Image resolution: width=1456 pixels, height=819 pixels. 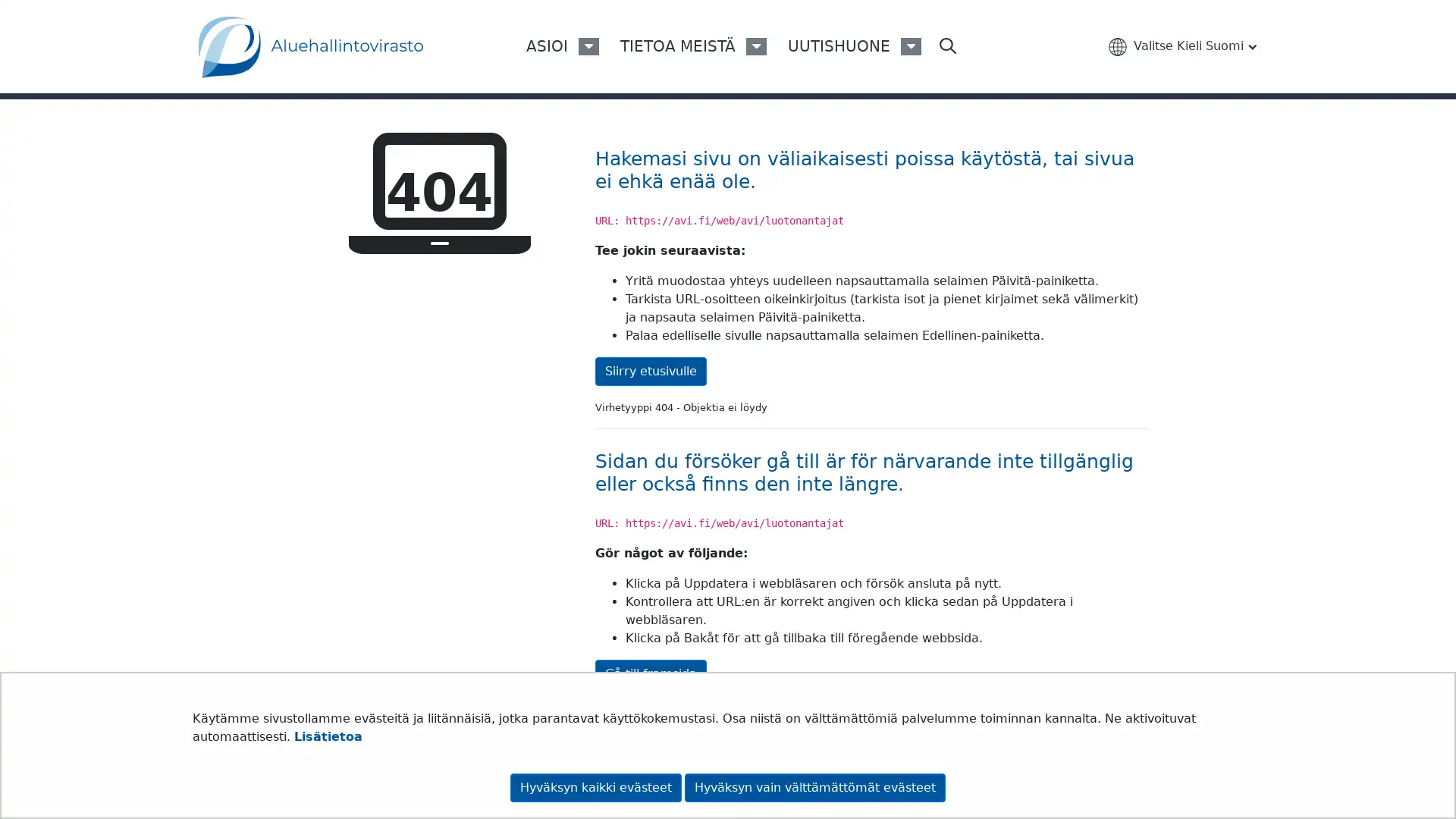 I want to click on Hyvaksyn vain valttamattomat evasteet, so click(x=814, y=786).